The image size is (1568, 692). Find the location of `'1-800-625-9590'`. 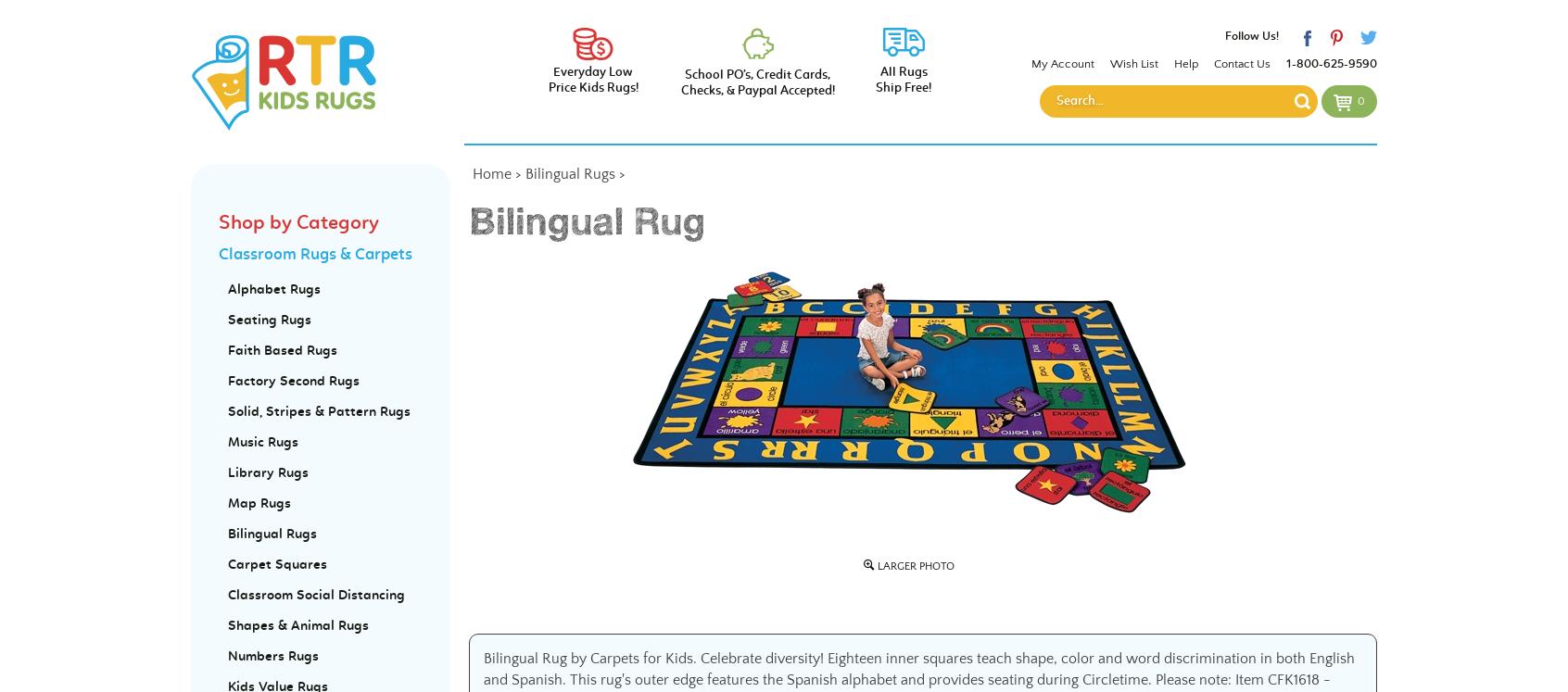

'1-800-625-9590' is located at coordinates (1330, 62).